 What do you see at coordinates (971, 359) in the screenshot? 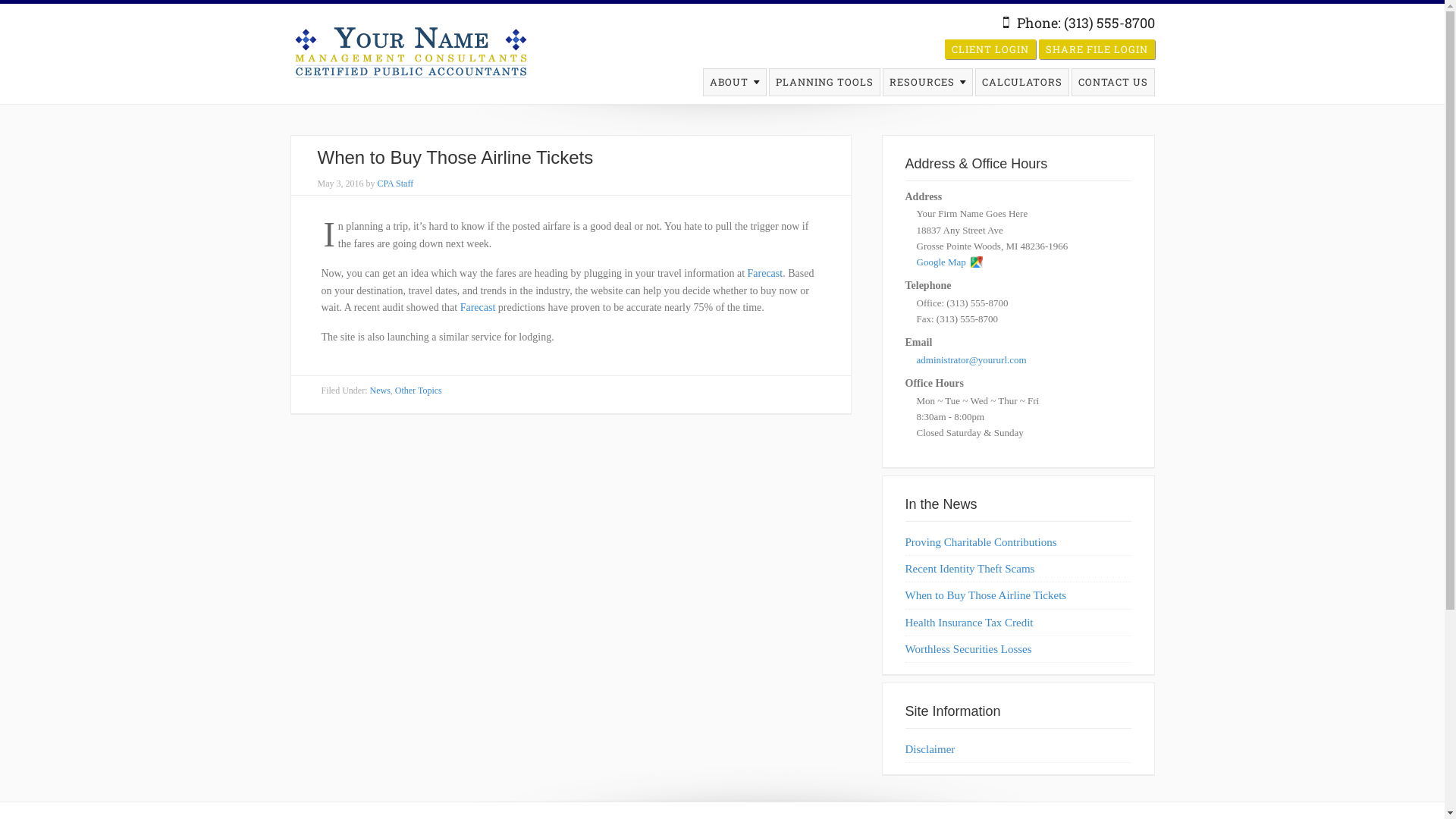
I see `'administrator@yoururl.com'` at bounding box center [971, 359].